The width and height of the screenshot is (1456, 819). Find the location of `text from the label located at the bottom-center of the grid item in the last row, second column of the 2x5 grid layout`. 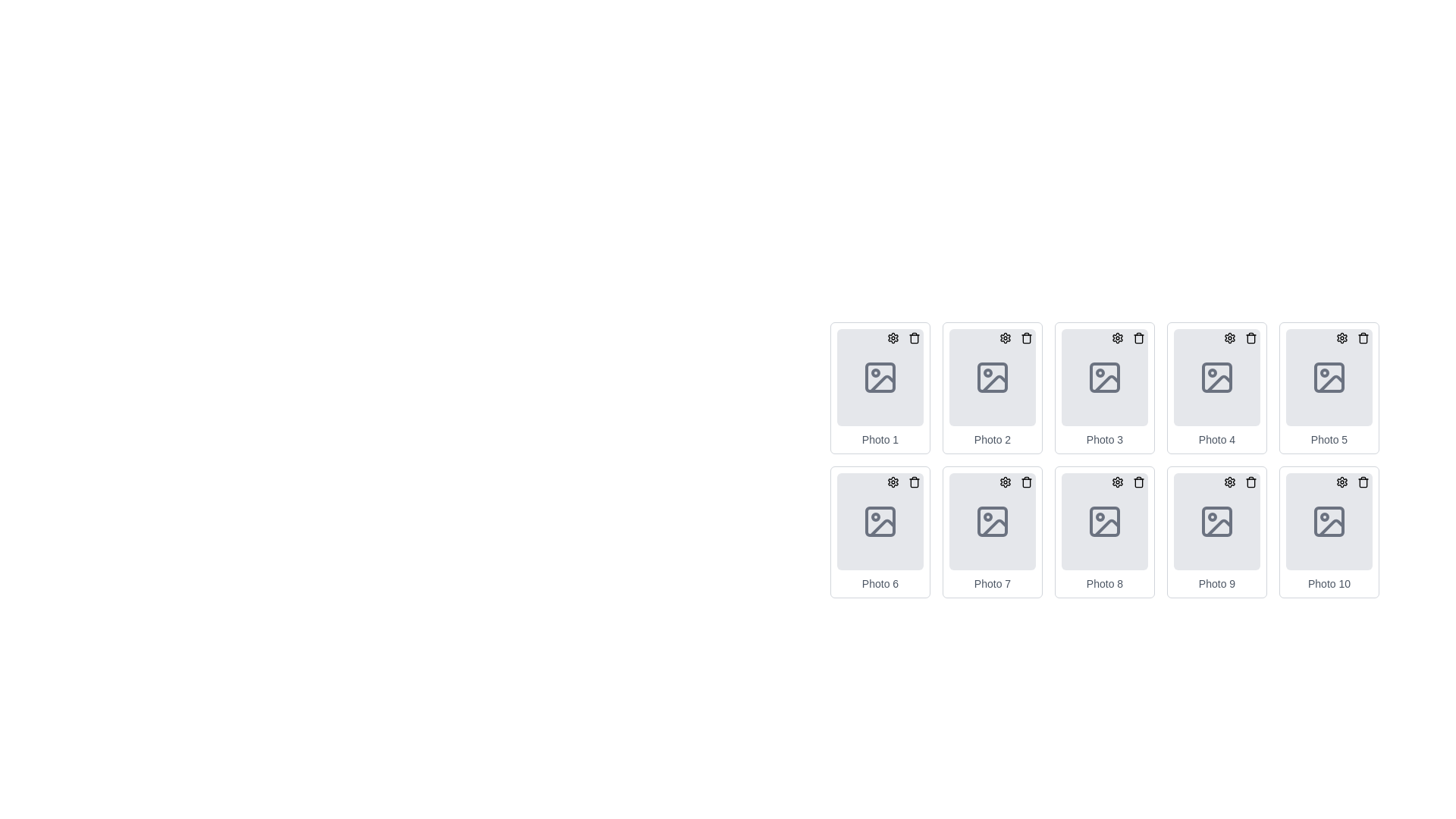

text from the label located at the bottom-center of the grid item in the last row, second column of the 2x5 grid layout is located at coordinates (1216, 583).